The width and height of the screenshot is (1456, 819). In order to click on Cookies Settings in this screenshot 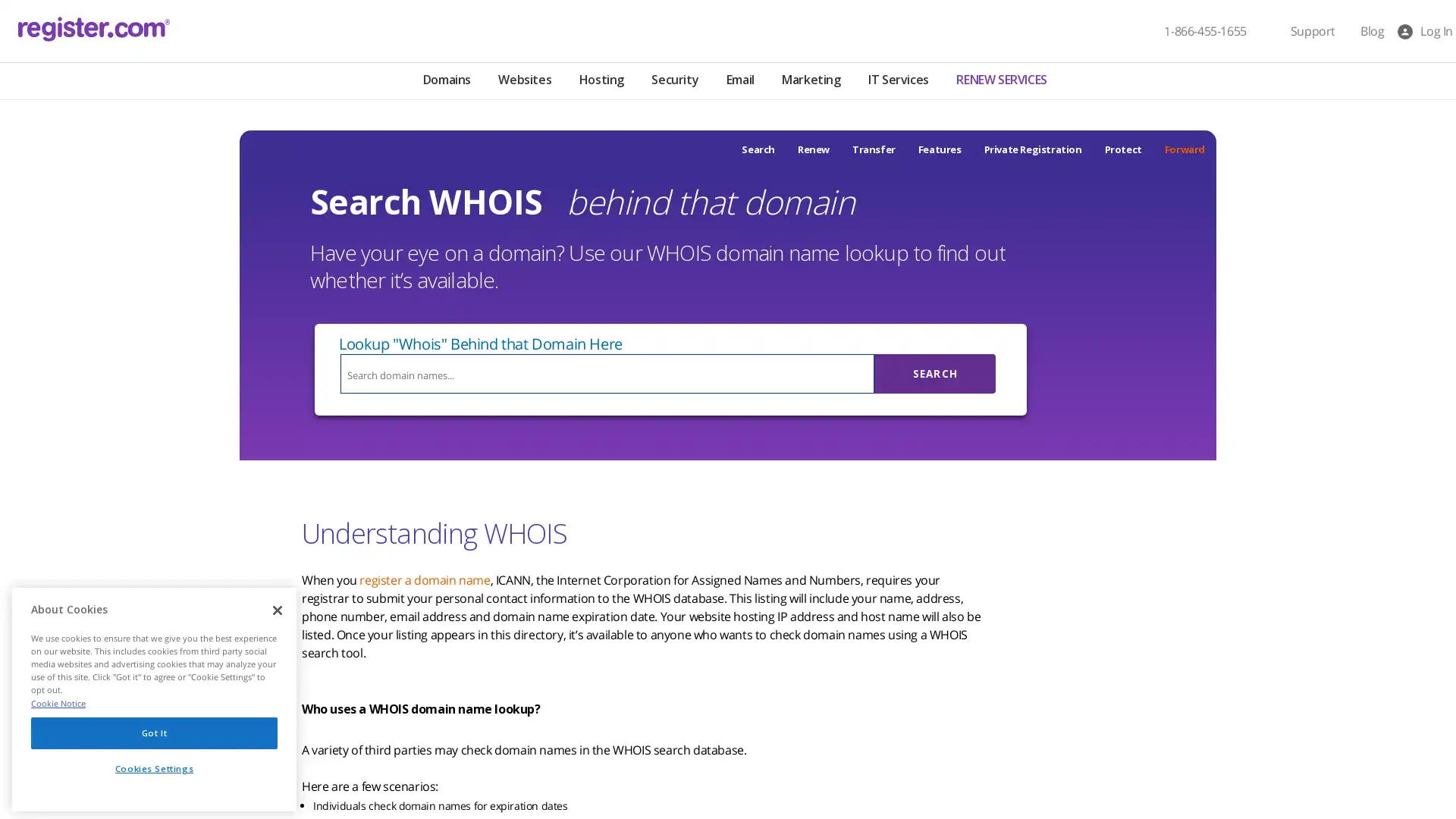, I will do `click(154, 768)`.